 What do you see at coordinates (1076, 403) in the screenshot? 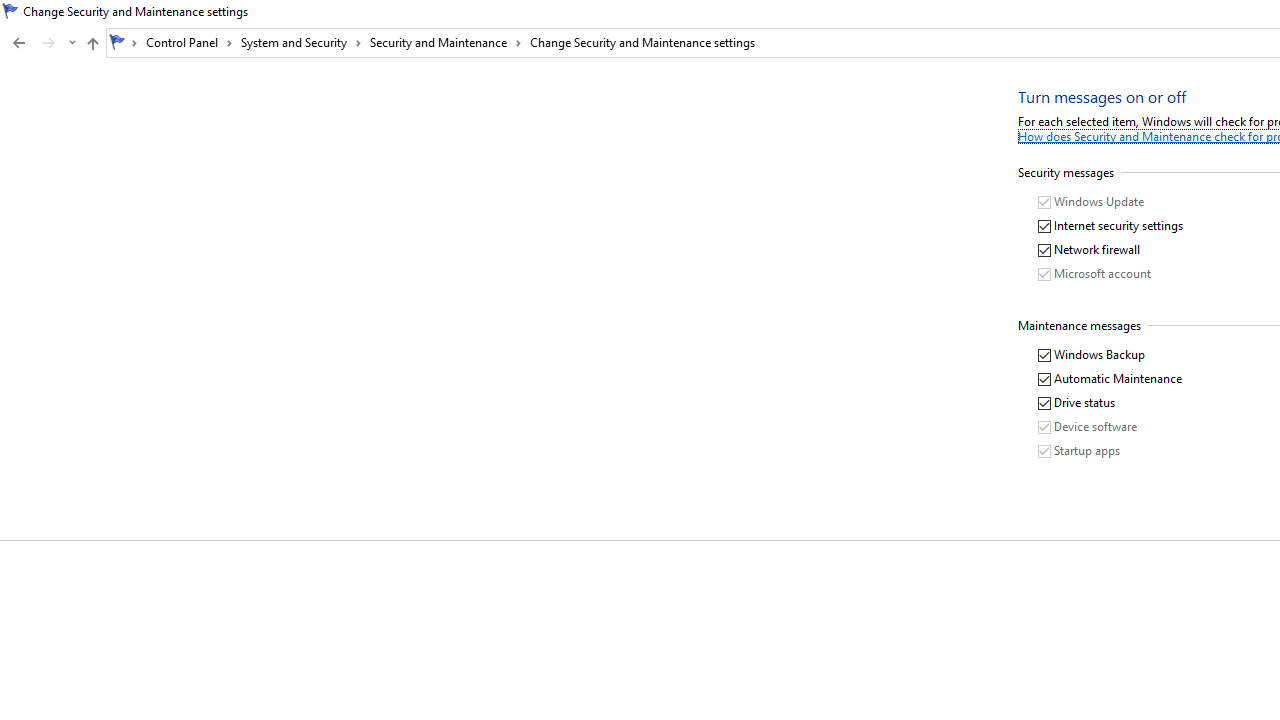
I see `'Drive status'` at bounding box center [1076, 403].